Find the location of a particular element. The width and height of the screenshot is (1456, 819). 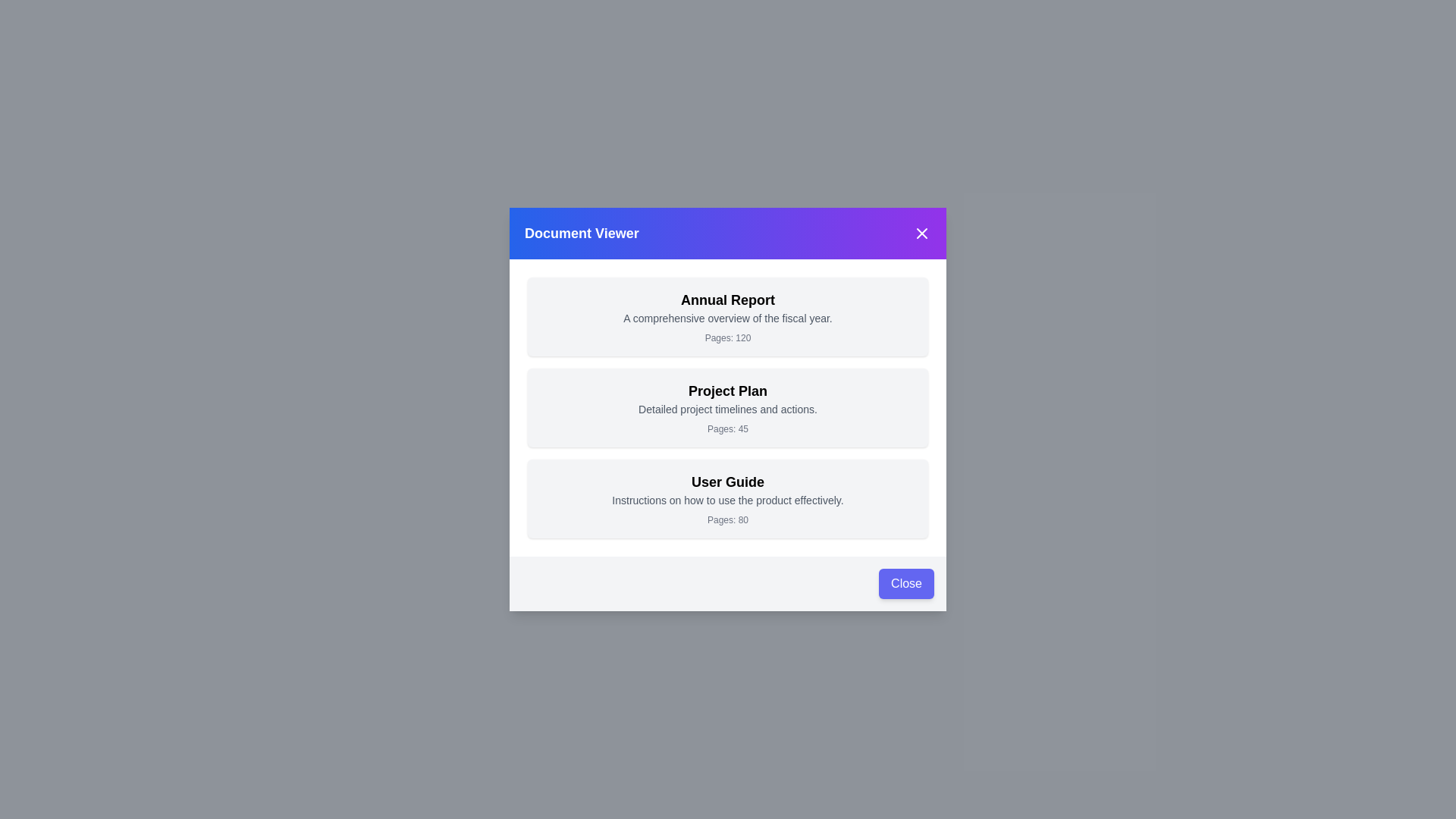

the document item titled 'Project Plan' to observe the hover effect is located at coordinates (728, 406).